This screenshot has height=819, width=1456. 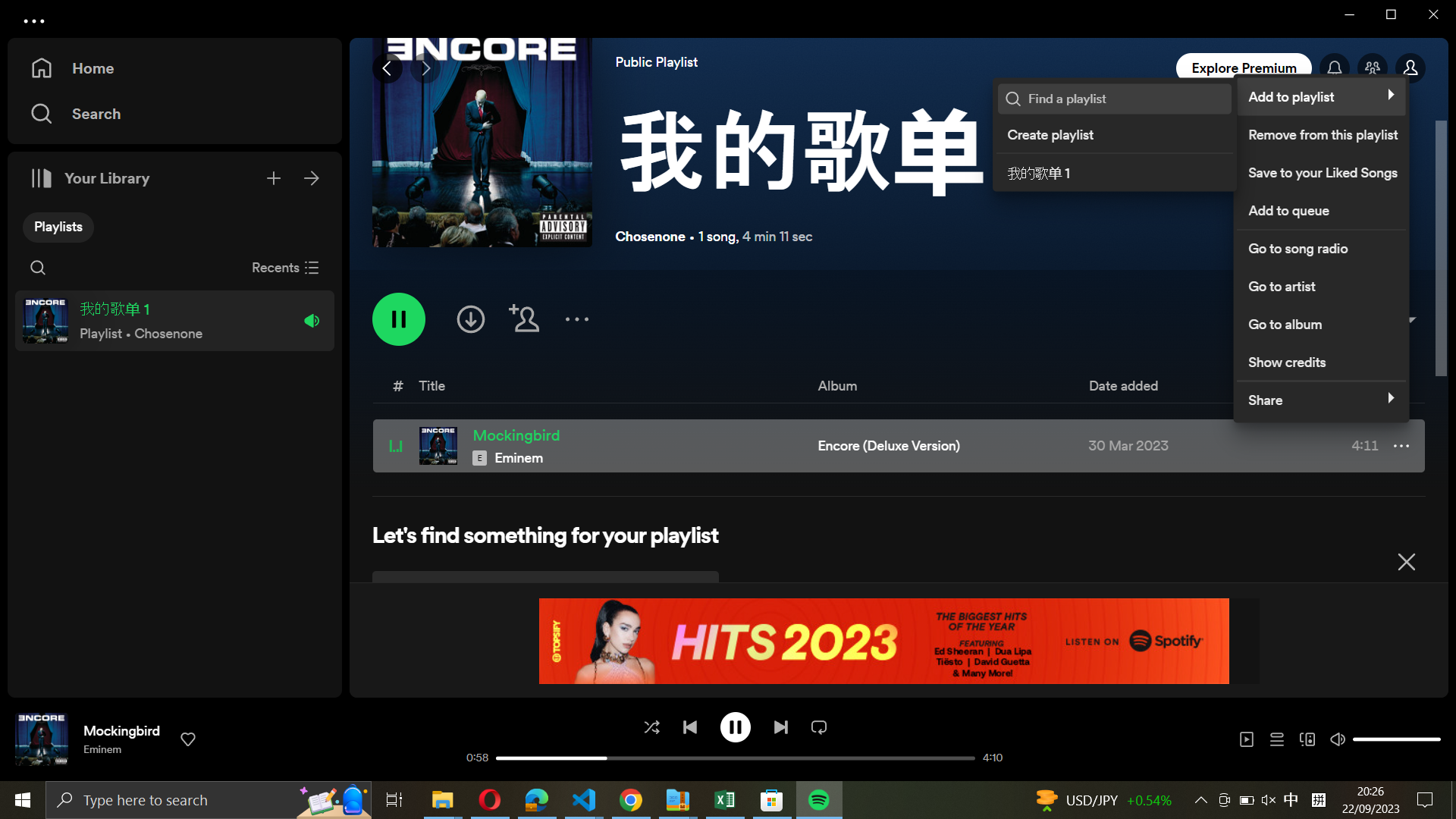 I want to click on Eliminate the selected song from playlist, so click(x=1320, y=130).